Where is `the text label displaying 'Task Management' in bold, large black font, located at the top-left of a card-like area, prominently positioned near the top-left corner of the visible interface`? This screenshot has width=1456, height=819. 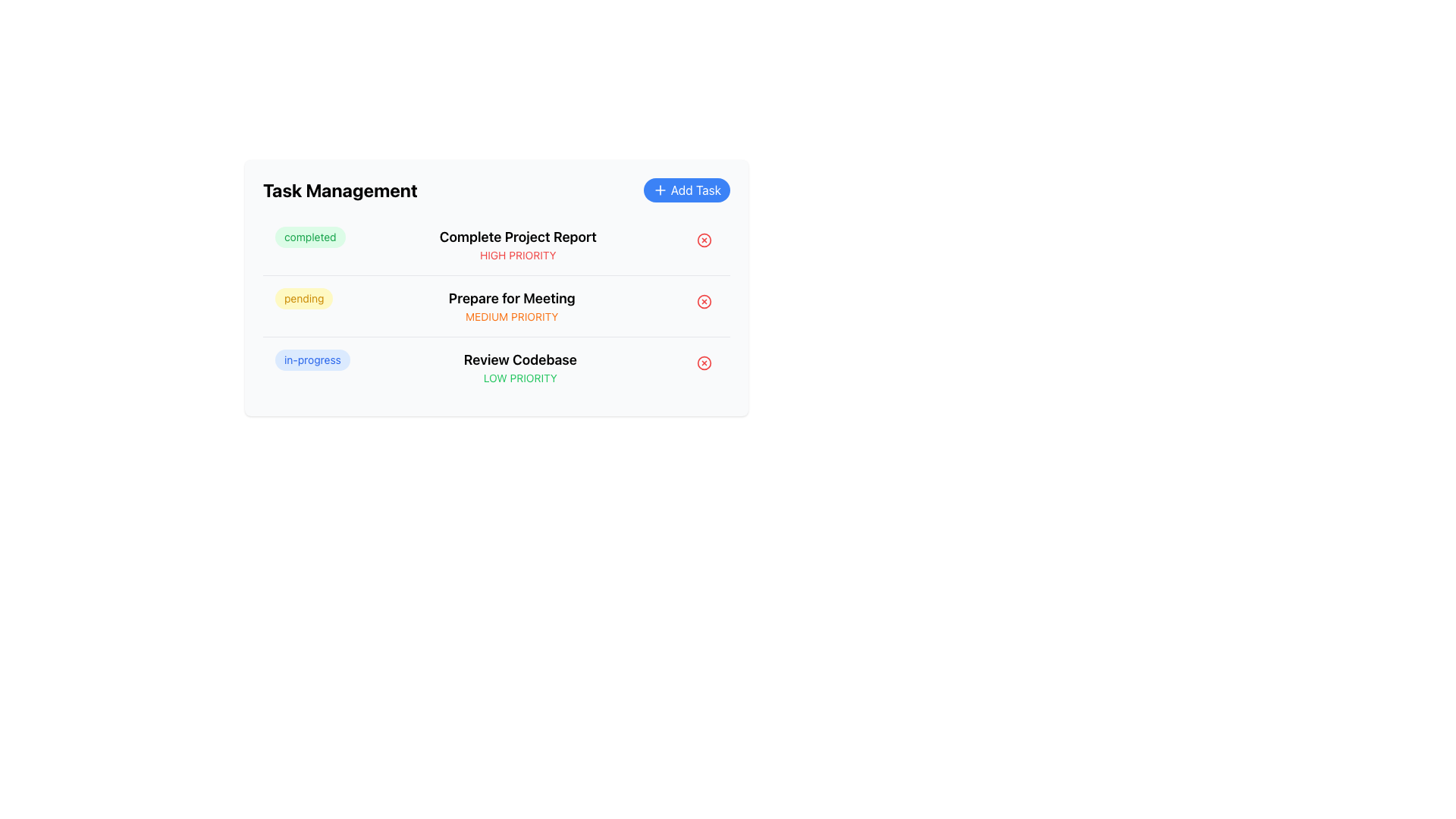 the text label displaying 'Task Management' in bold, large black font, located at the top-left of a card-like area, prominently positioned near the top-left corner of the visible interface is located at coordinates (339, 189).